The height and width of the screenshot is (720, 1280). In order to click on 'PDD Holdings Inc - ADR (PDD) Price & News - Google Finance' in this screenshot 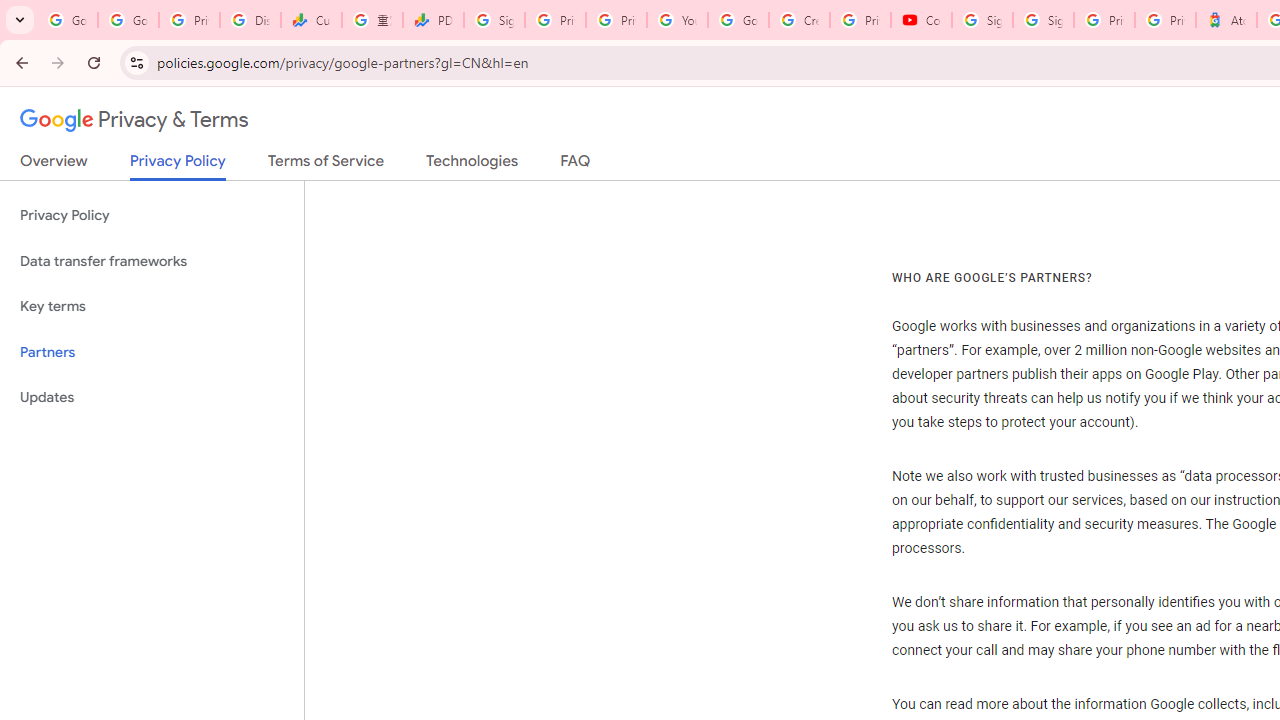, I will do `click(432, 20)`.